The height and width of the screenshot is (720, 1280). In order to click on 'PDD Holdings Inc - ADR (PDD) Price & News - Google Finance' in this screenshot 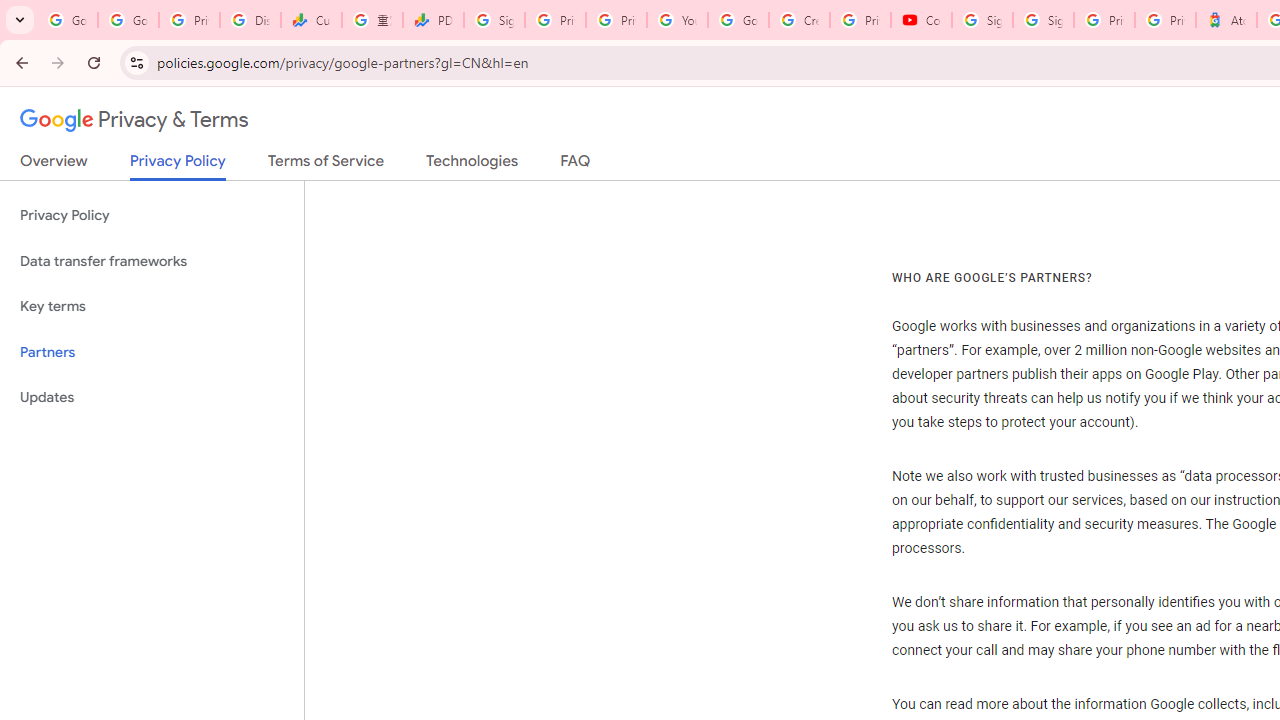, I will do `click(432, 20)`.